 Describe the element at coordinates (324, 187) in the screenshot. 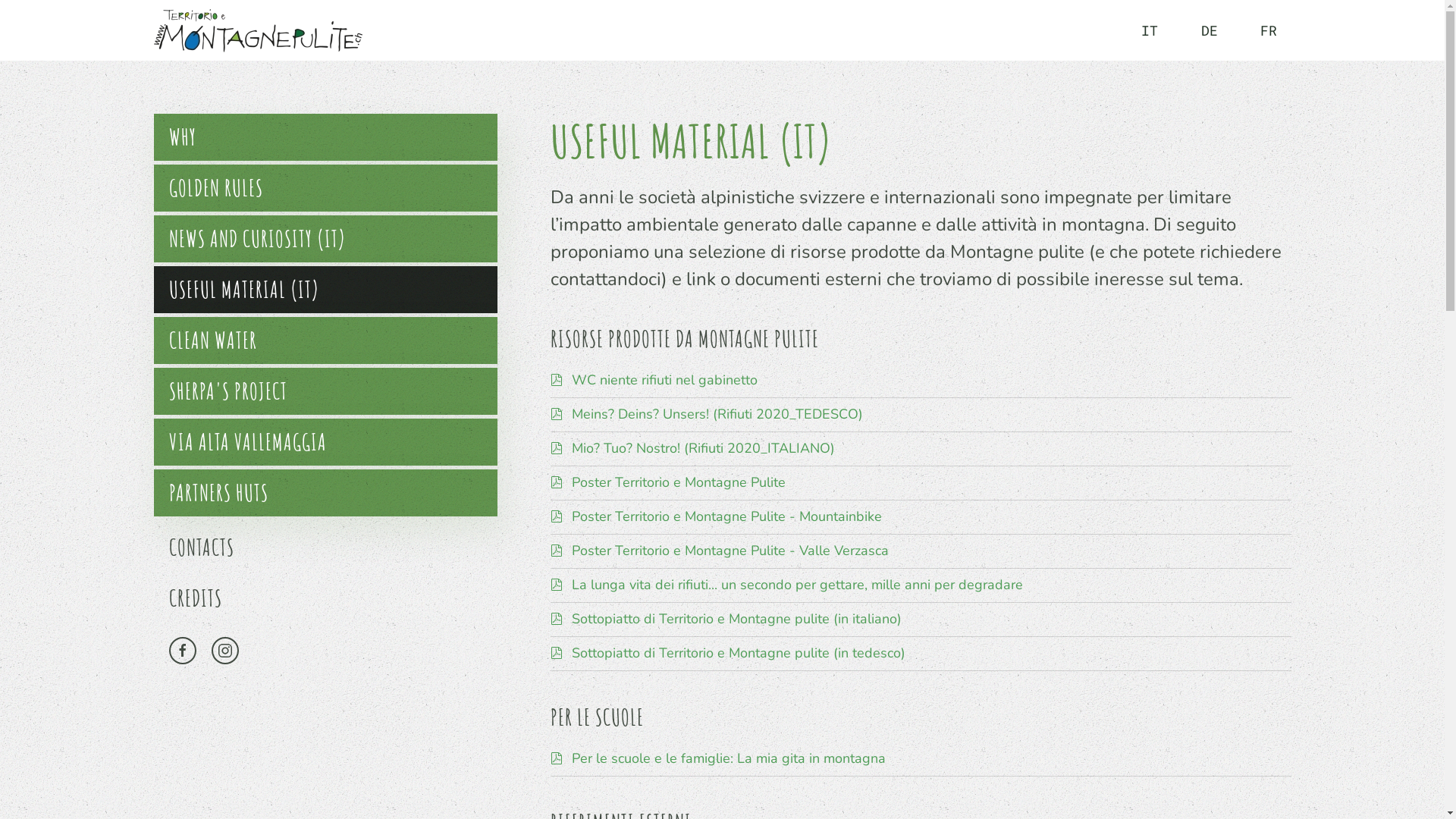

I see `'GOLDEN RULES'` at that location.